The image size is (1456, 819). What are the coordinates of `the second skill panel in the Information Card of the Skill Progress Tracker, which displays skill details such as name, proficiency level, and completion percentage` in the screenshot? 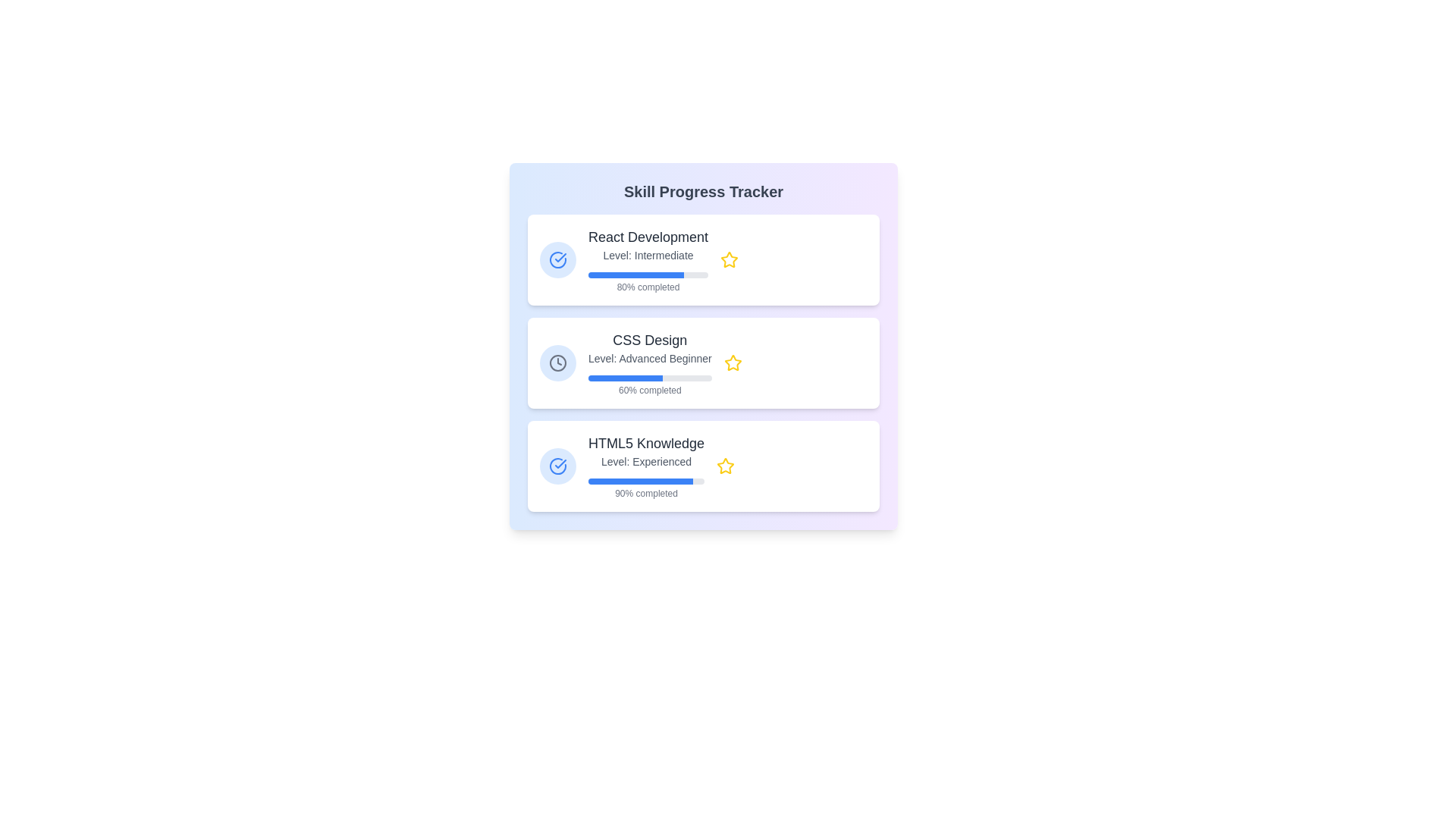 It's located at (702, 362).